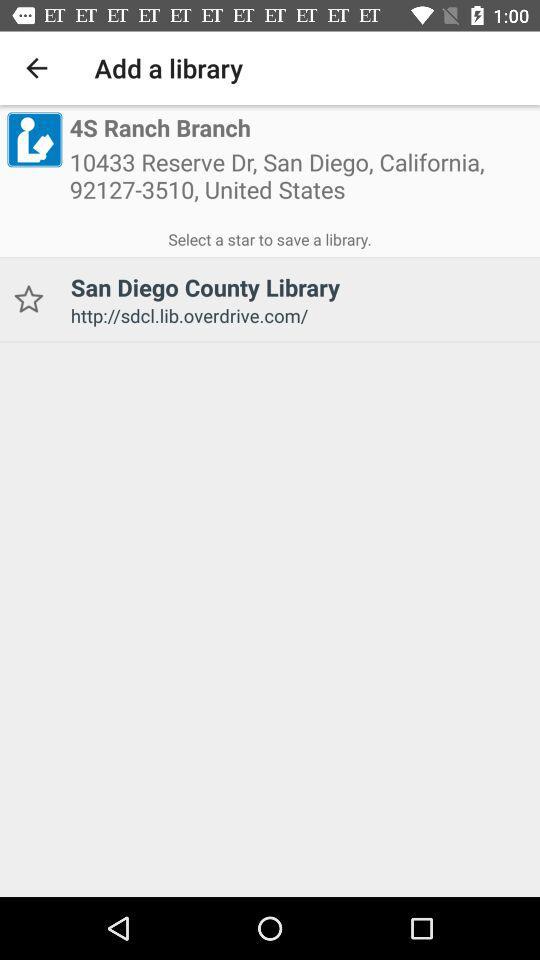 Image resolution: width=540 pixels, height=960 pixels. What do you see at coordinates (27, 298) in the screenshot?
I see `icon to the left of san diego county` at bounding box center [27, 298].